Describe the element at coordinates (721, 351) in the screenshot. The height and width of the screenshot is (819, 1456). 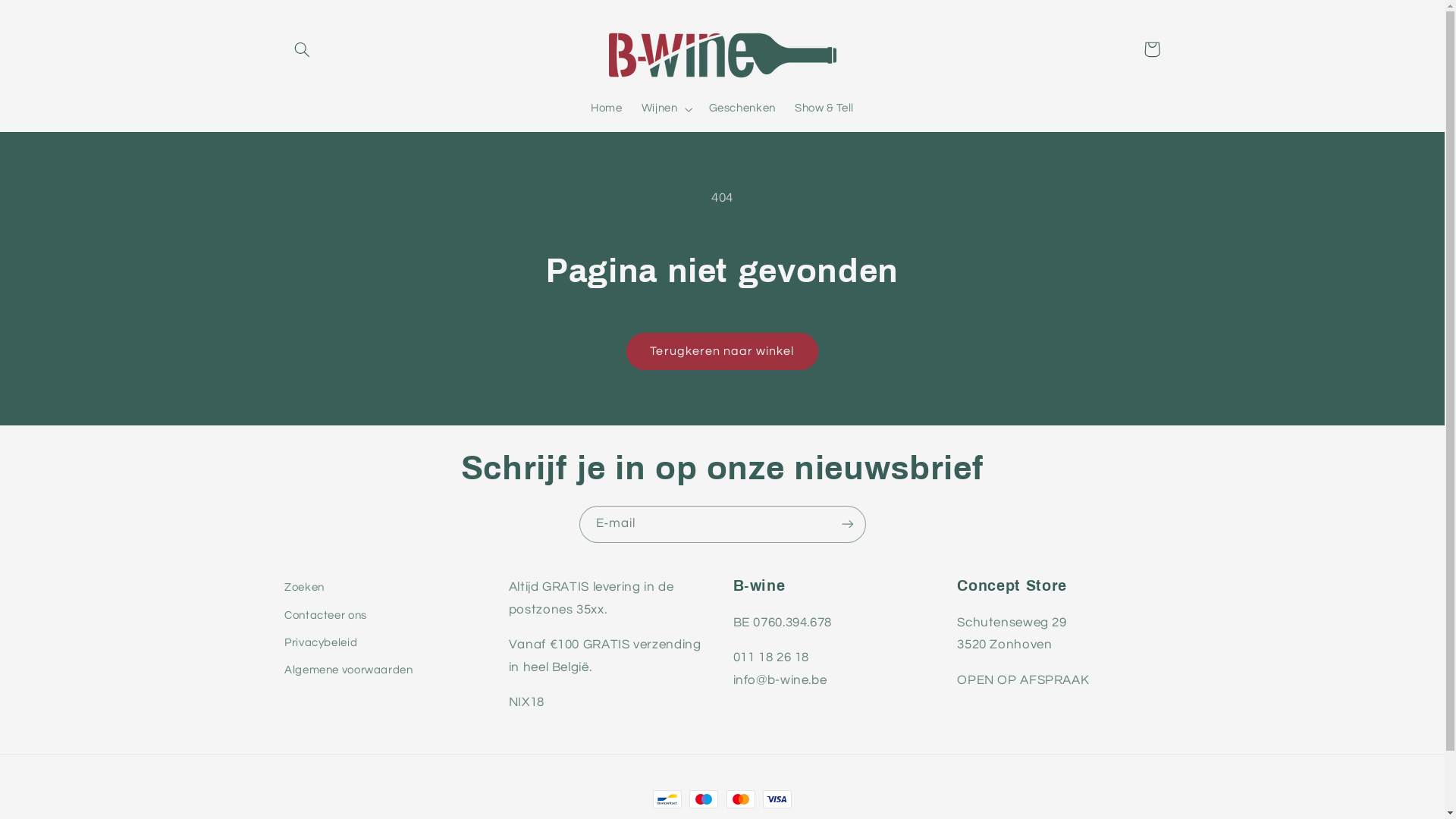
I see `'Terugkeren naar winkel'` at that location.